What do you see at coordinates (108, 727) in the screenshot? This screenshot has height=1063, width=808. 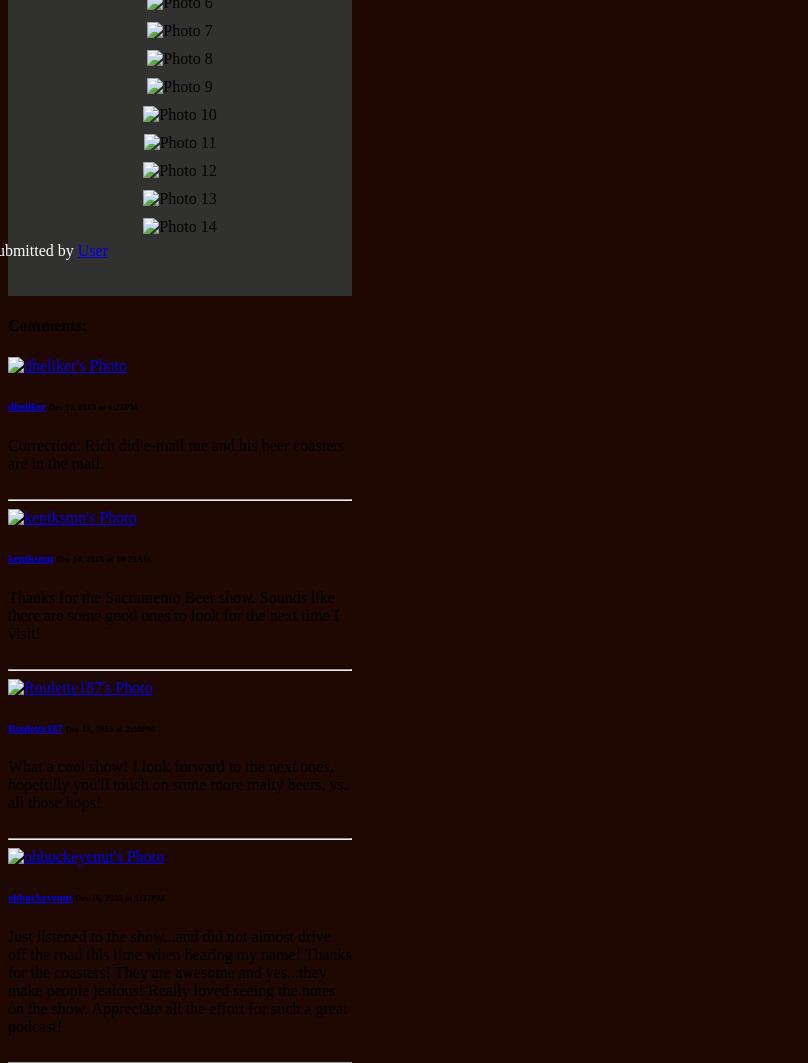 I see `'Dec 15, 2015 at  2:36PM'` at bounding box center [108, 727].